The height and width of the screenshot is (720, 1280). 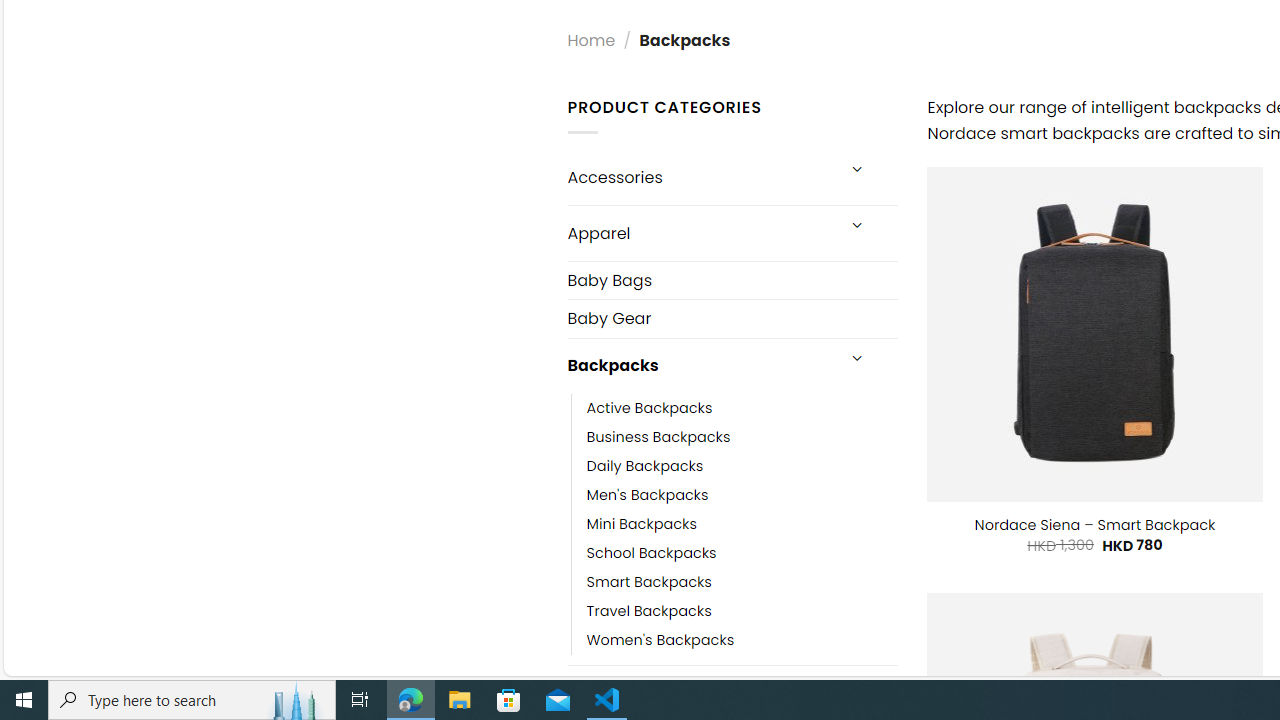 What do you see at coordinates (641, 523) in the screenshot?
I see `'Mini Backpacks'` at bounding box center [641, 523].